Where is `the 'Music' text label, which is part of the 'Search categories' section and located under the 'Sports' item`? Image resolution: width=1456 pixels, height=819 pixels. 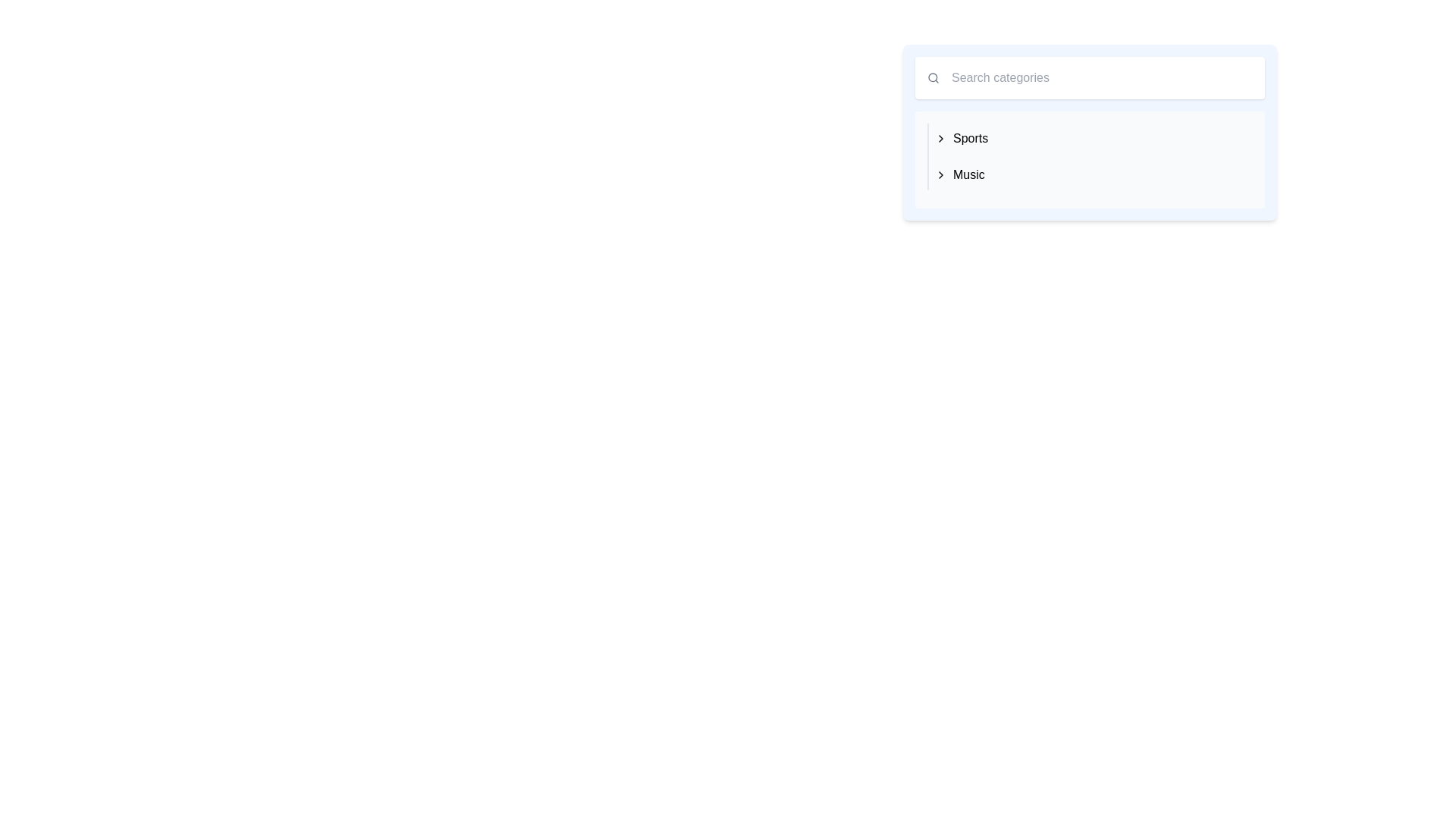
the 'Music' text label, which is part of the 'Search categories' section and located under the 'Sports' item is located at coordinates (968, 174).